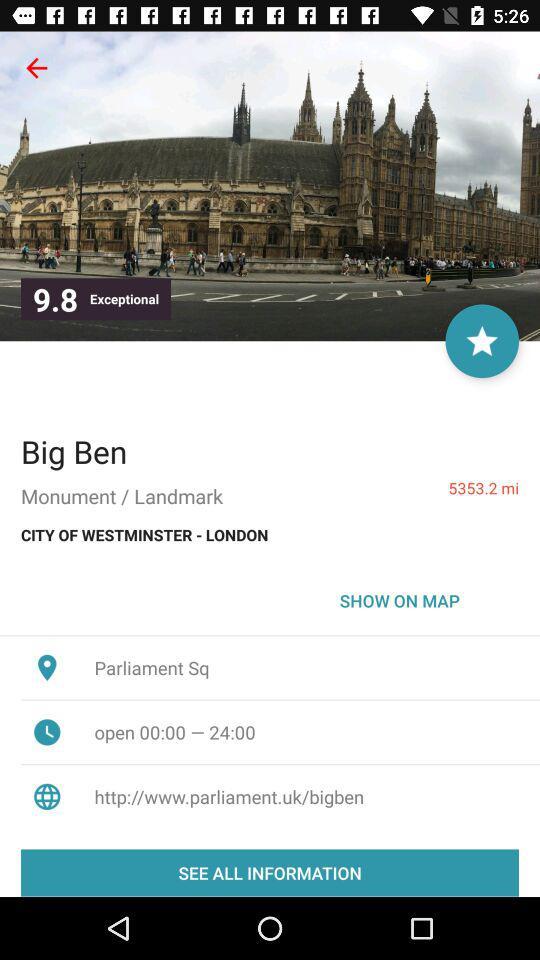  I want to click on as favorite, so click(481, 341).